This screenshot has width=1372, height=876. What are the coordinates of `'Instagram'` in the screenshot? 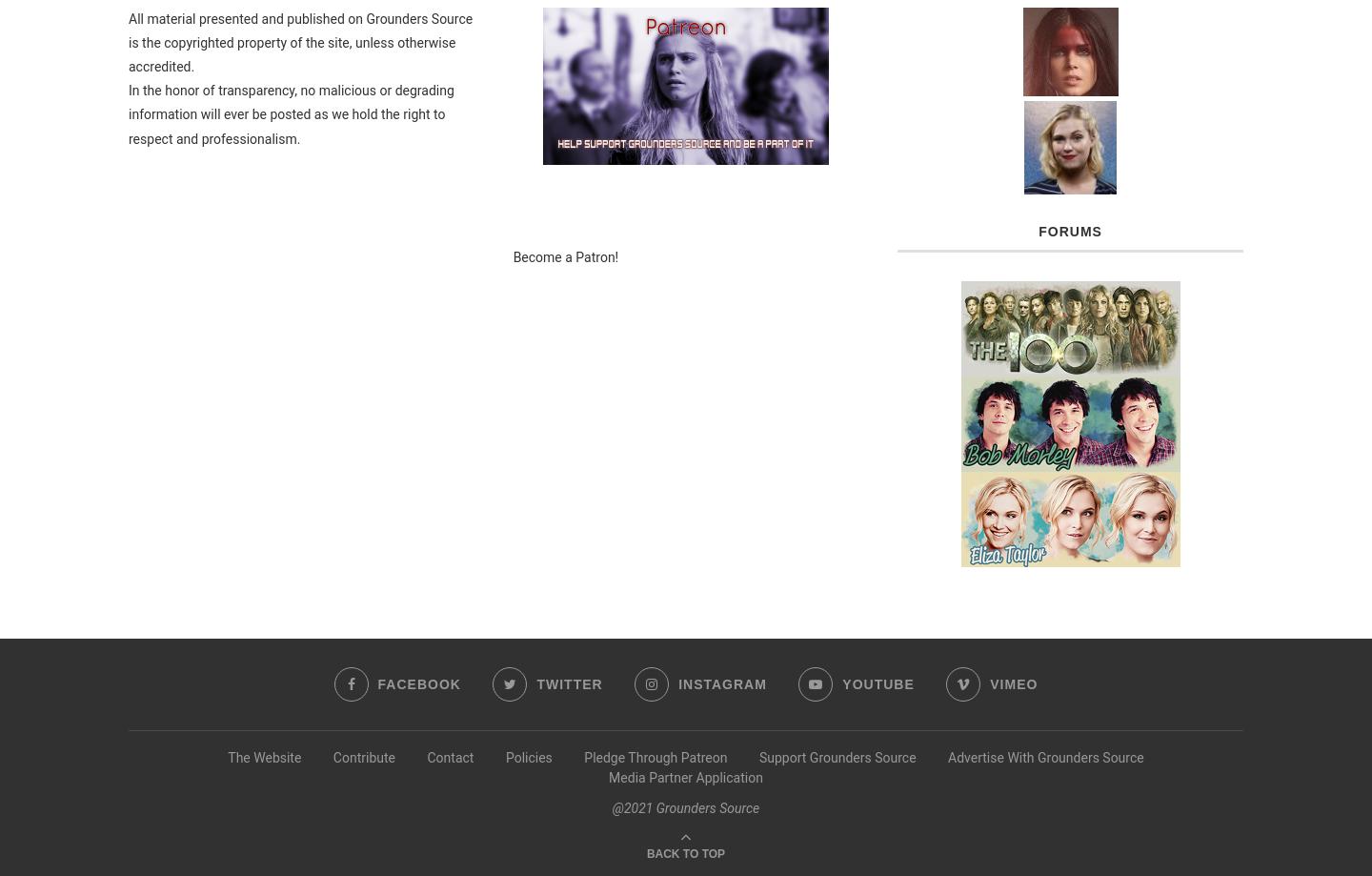 It's located at (721, 682).